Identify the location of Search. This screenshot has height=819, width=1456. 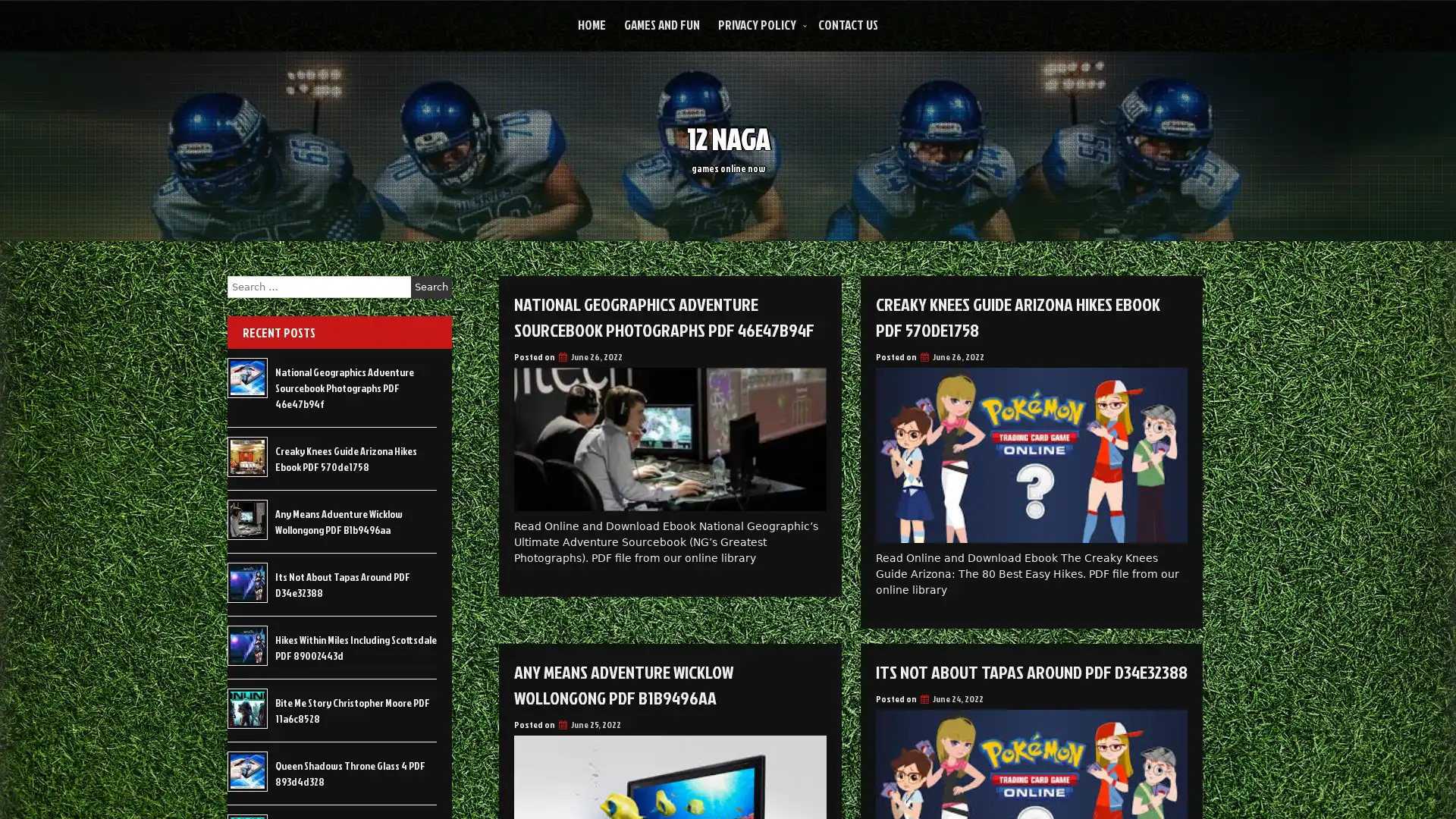
(431, 287).